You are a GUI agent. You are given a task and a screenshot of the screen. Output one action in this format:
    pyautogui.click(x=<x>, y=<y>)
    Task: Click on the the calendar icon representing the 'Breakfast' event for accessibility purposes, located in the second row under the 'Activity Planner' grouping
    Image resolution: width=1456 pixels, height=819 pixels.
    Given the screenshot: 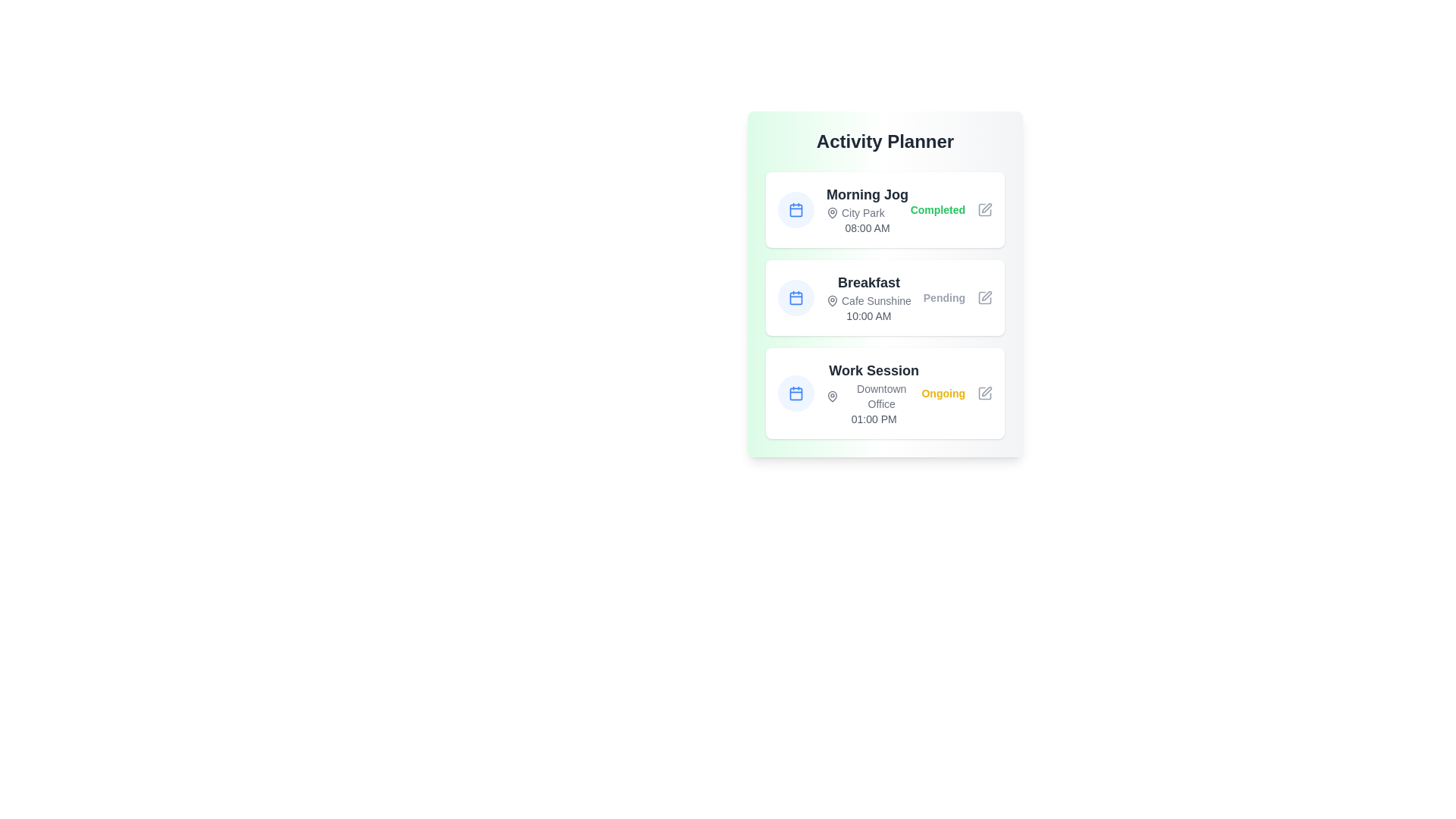 What is the action you would take?
    pyautogui.click(x=795, y=298)
    